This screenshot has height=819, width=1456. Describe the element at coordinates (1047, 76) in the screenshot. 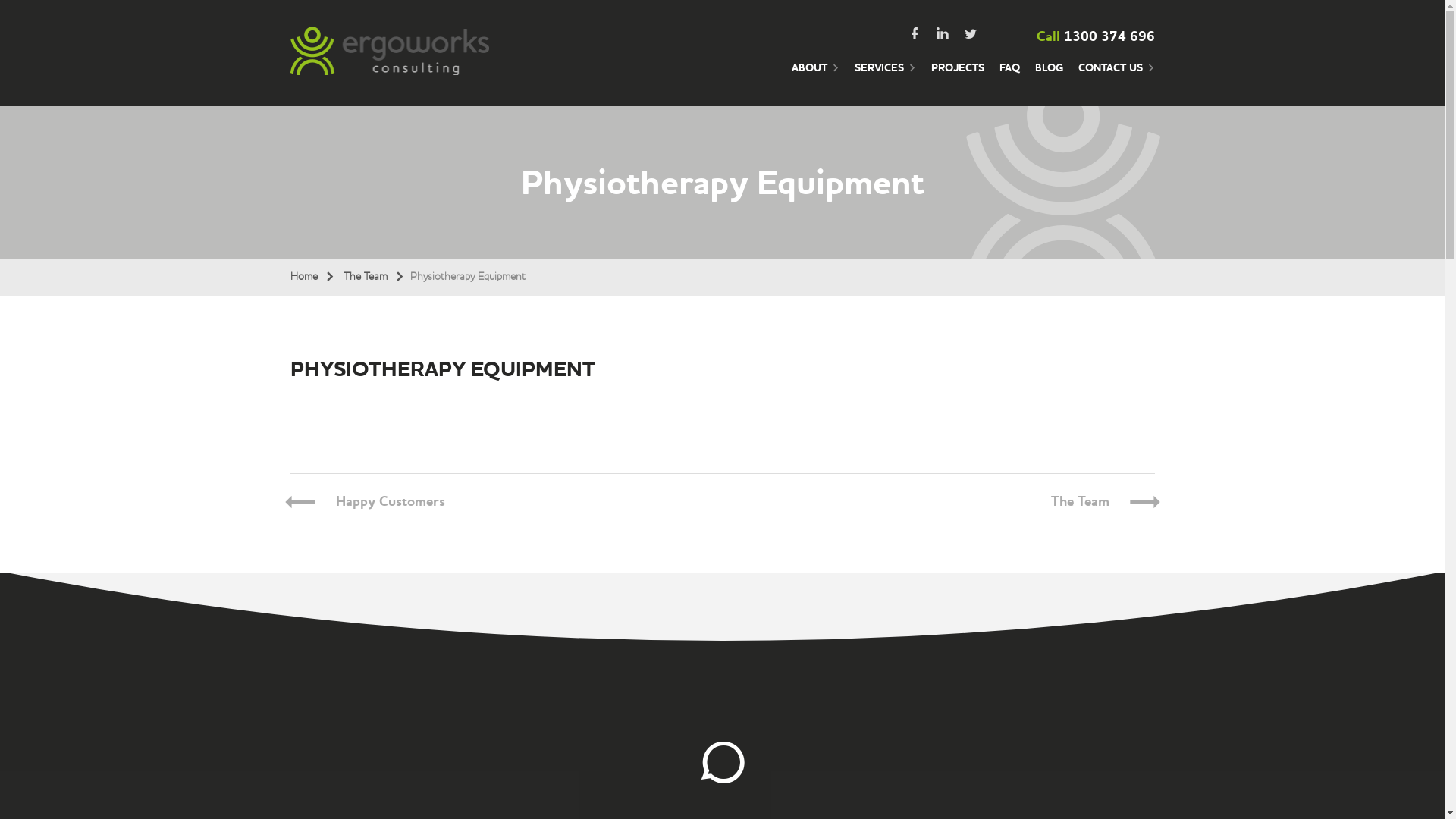

I see `'BLOG'` at that location.